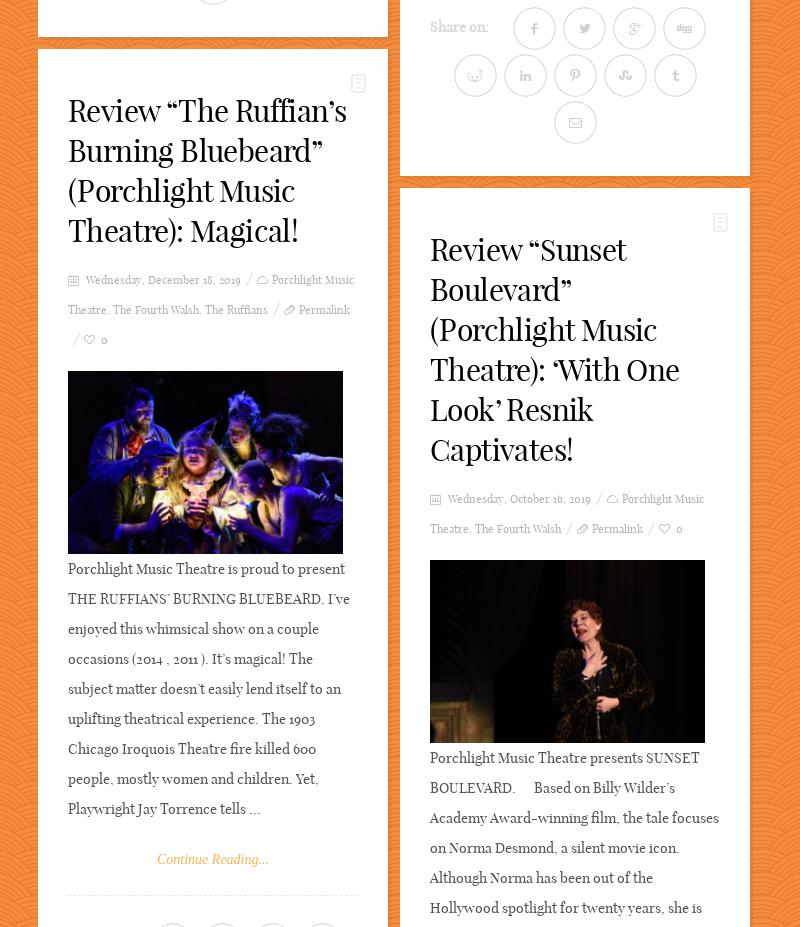 This screenshot has height=927, width=800. What do you see at coordinates (458, 24) in the screenshot?
I see `'Share on:'` at bounding box center [458, 24].